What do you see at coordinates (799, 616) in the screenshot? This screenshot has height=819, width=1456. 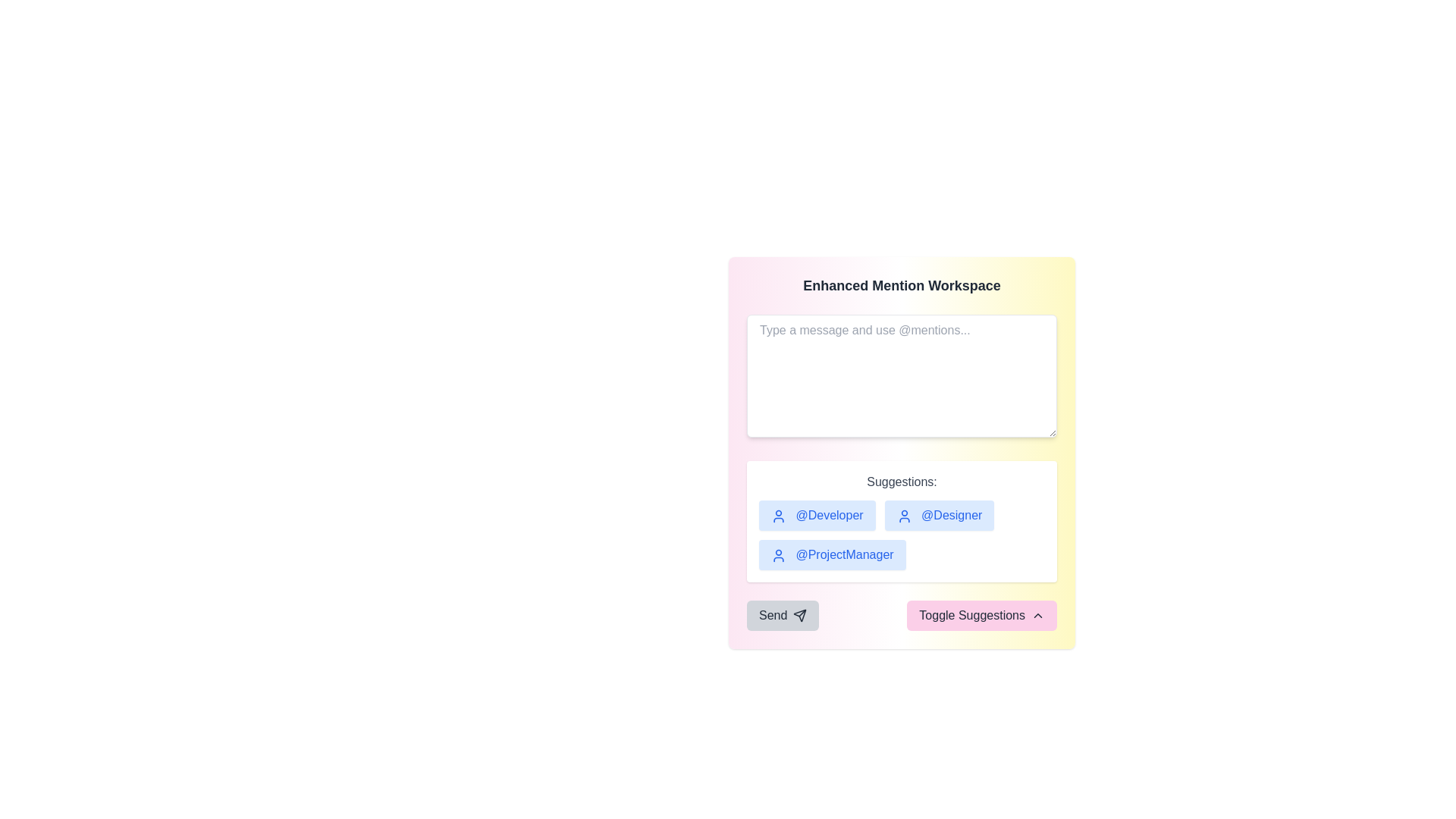 I see `the paper plane icon inside the 'Send' button located at the bottom-left corner of the user interface panel` at bounding box center [799, 616].